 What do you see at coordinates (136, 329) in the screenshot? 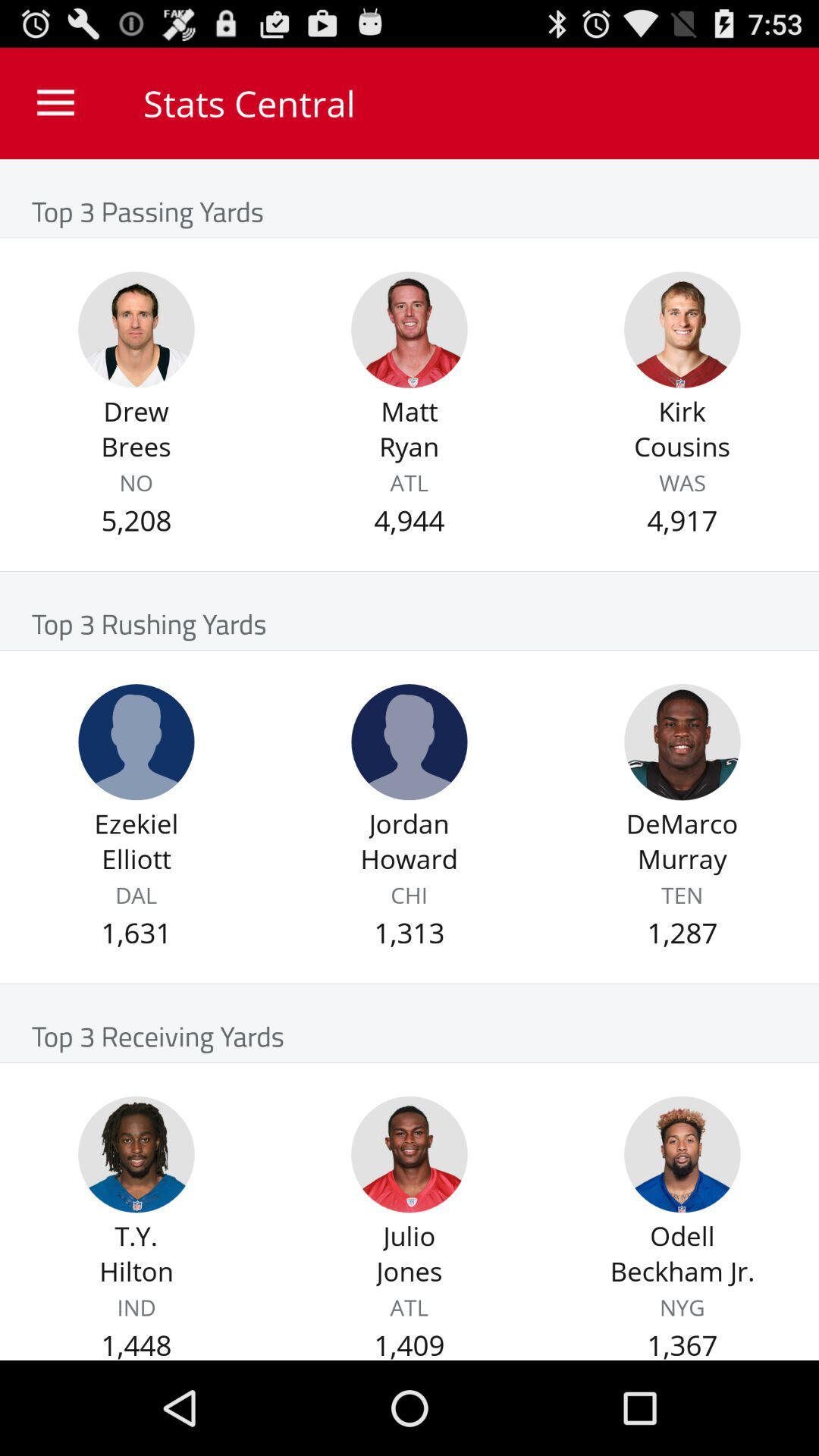
I see `open profile` at bounding box center [136, 329].